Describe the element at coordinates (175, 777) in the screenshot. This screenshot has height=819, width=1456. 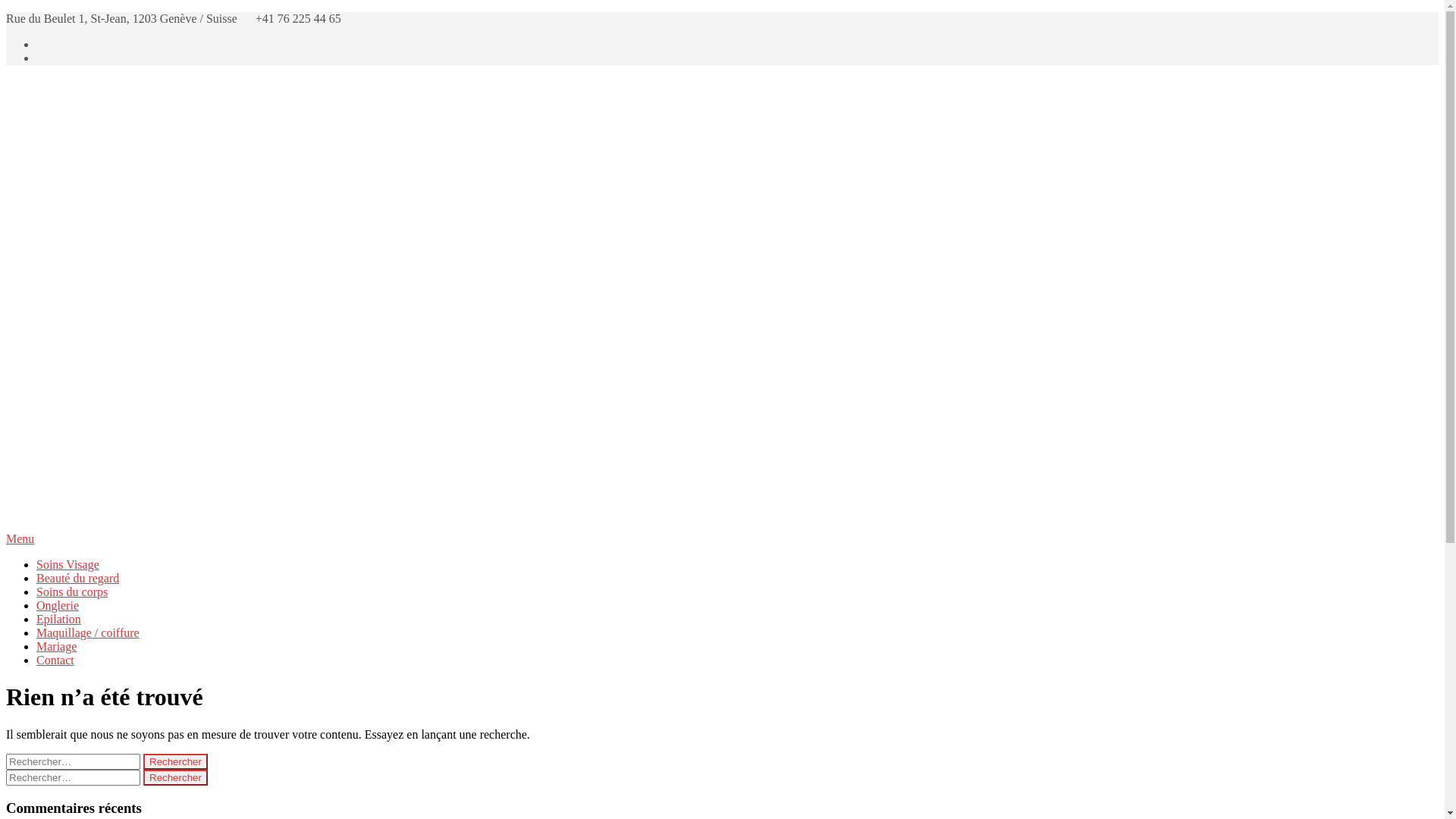
I see `'Rechercher'` at that location.